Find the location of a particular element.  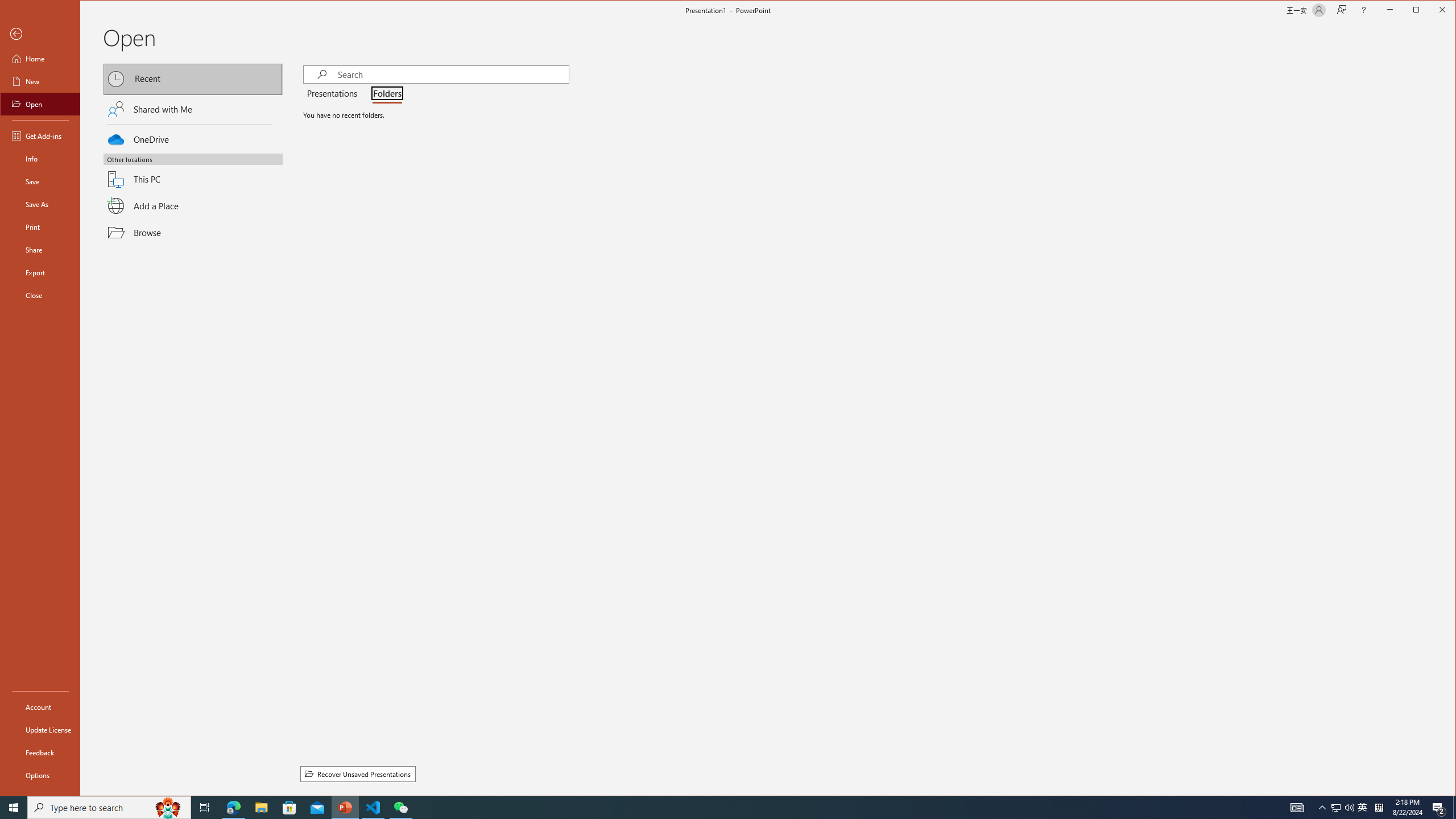

'Feedback' is located at coordinates (39, 752).